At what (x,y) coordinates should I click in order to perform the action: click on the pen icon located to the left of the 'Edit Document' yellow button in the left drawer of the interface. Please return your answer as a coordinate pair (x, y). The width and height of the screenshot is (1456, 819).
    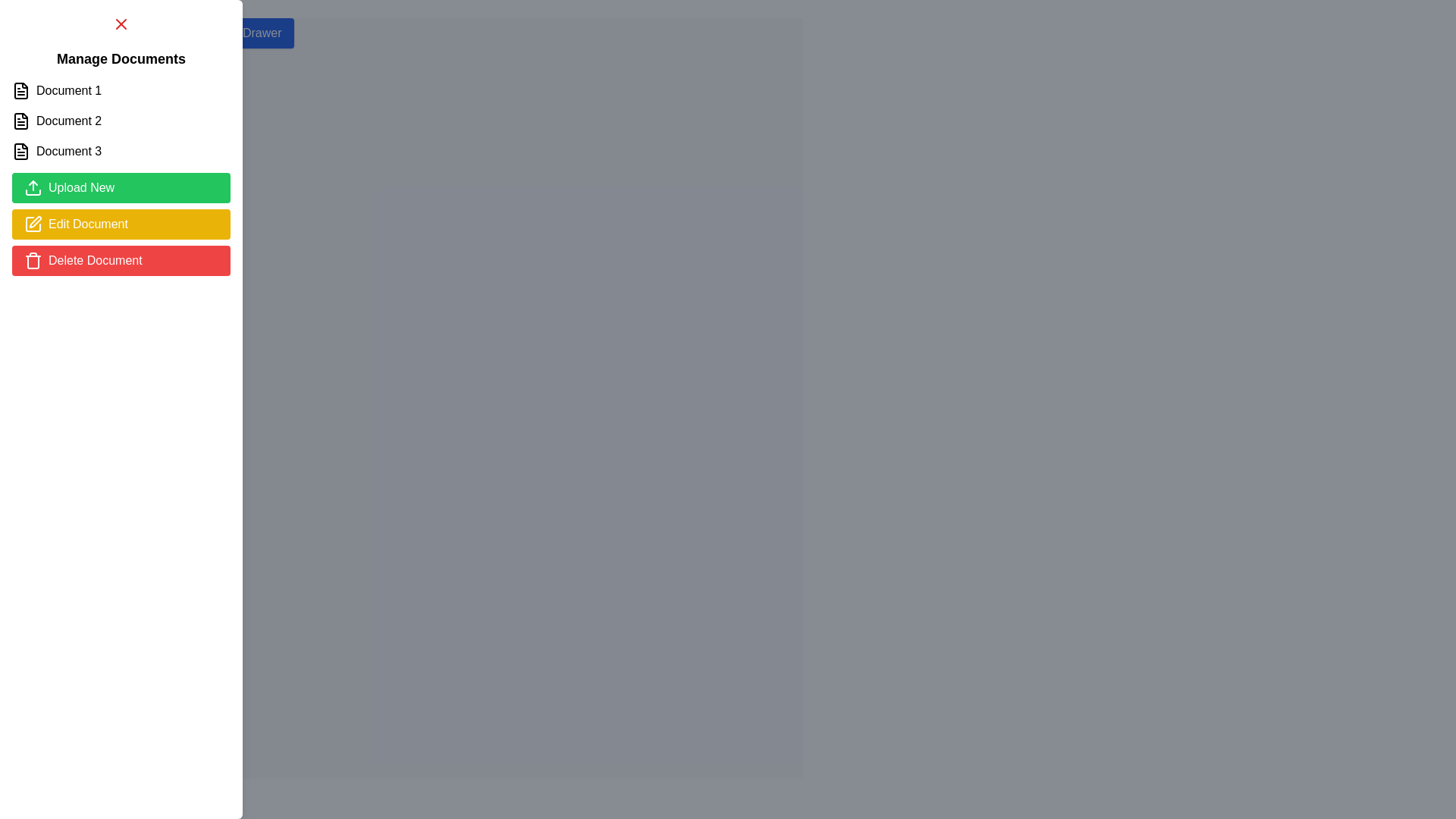
    Looking at the image, I should click on (33, 224).